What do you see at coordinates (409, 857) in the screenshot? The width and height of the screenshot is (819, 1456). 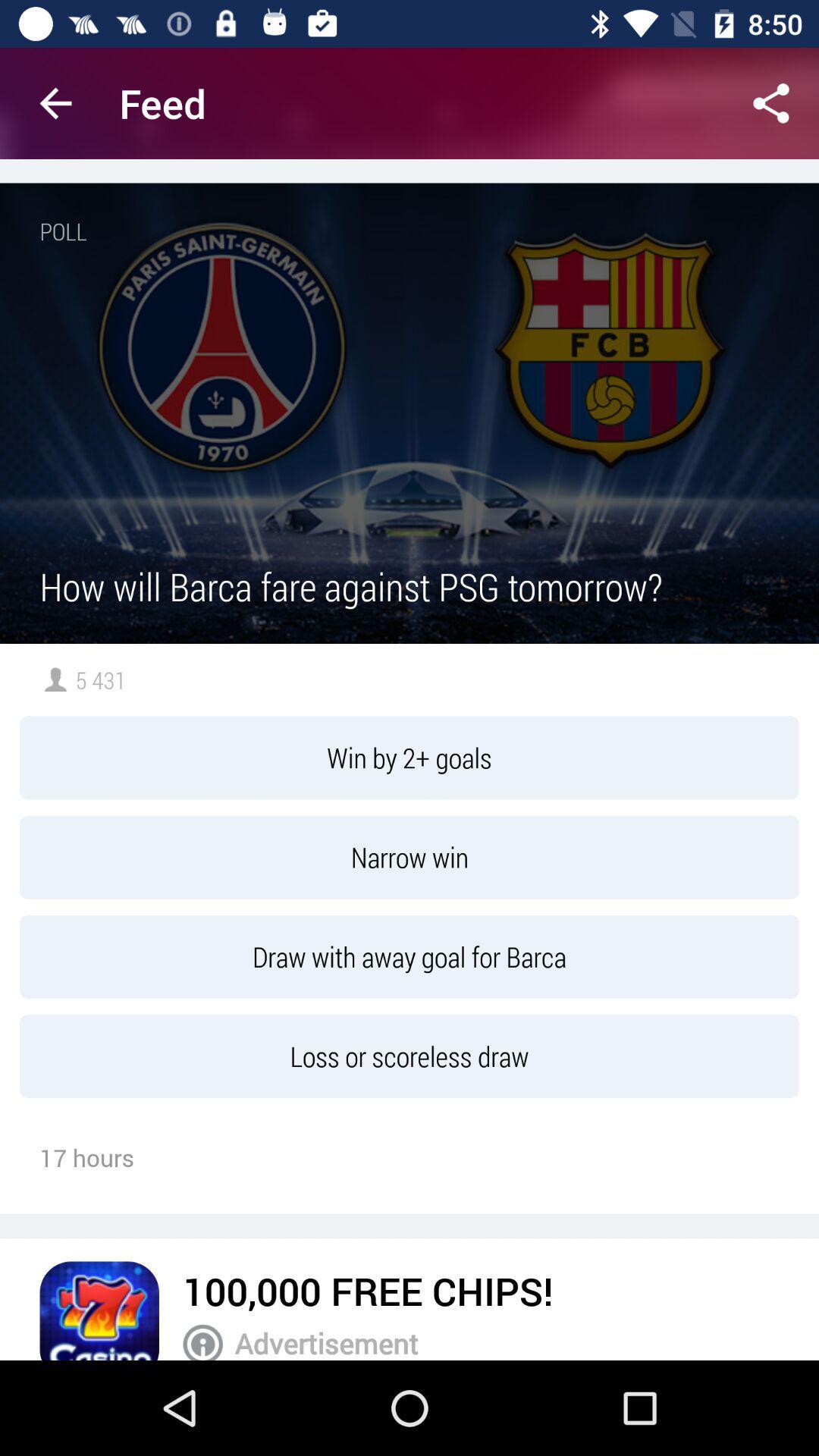 I see `icon below win by 2 item` at bounding box center [409, 857].